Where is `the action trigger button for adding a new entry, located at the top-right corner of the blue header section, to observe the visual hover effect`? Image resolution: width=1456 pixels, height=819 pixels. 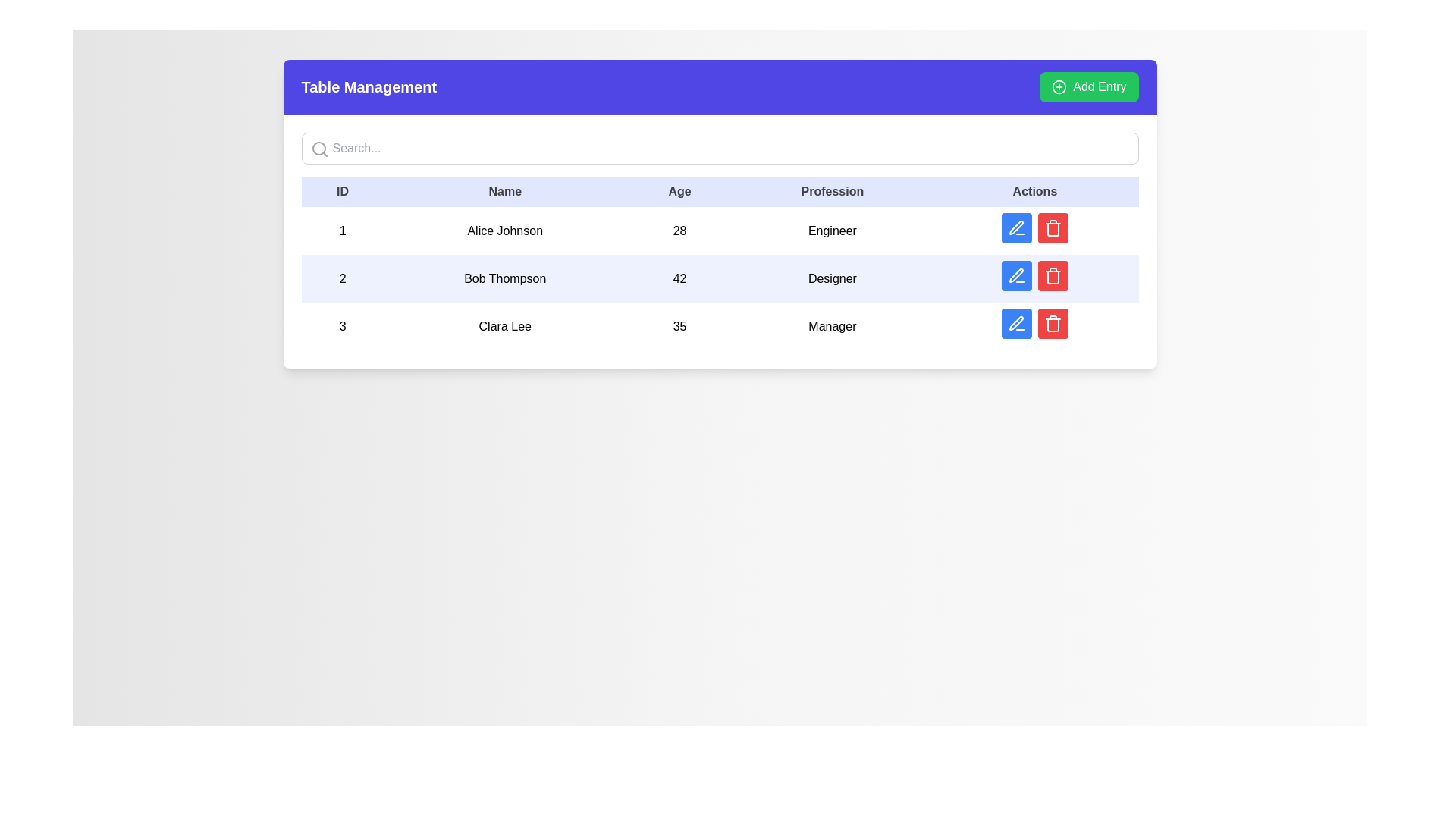
the action trigger button for adding a new entry, located at the top-right corner of the blue header section, to observe the visual hover effect is located at coordinates (1088, 87).